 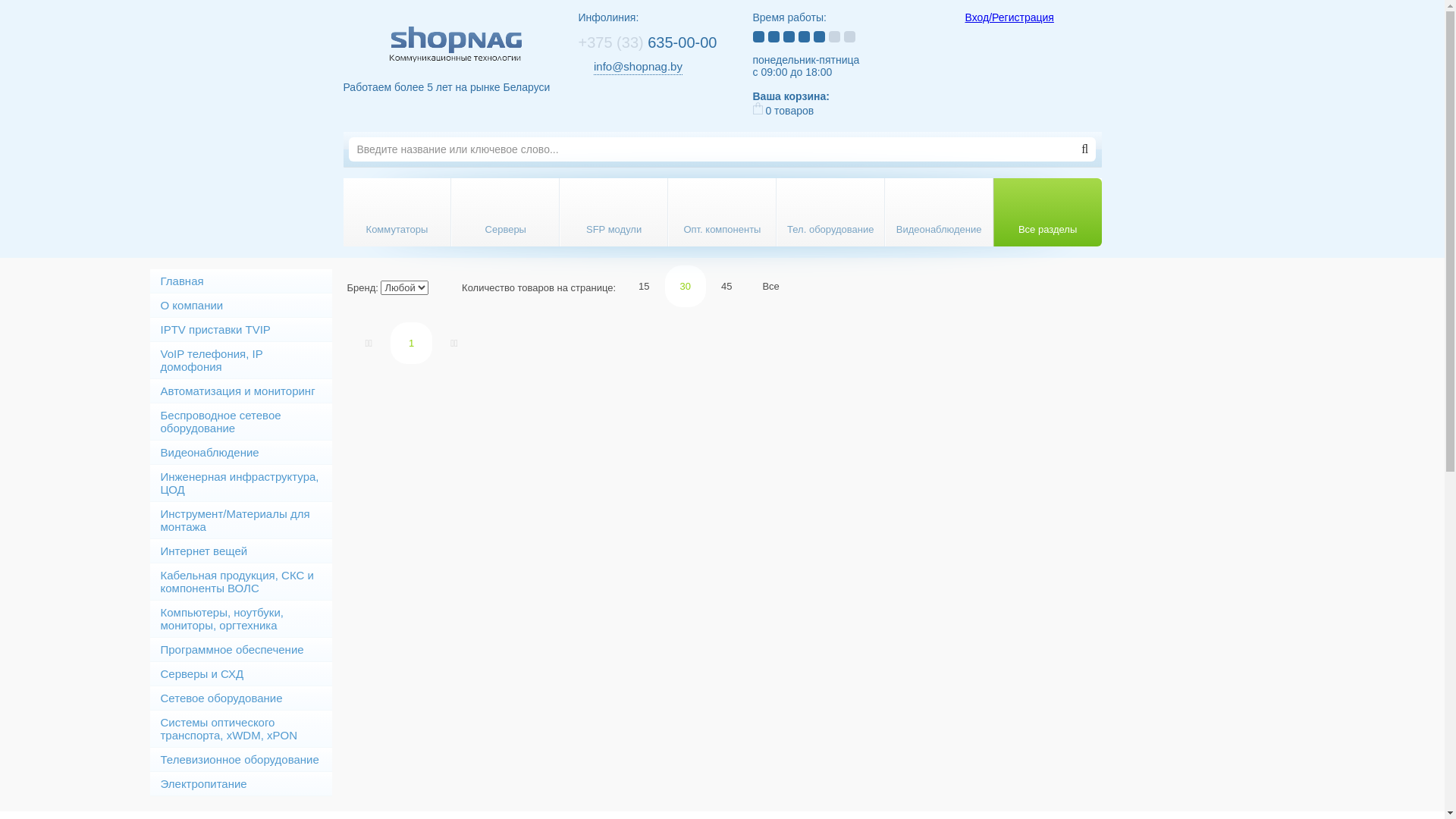 I want to click on 'info@shopnag.by', so click(x=638, y=66).